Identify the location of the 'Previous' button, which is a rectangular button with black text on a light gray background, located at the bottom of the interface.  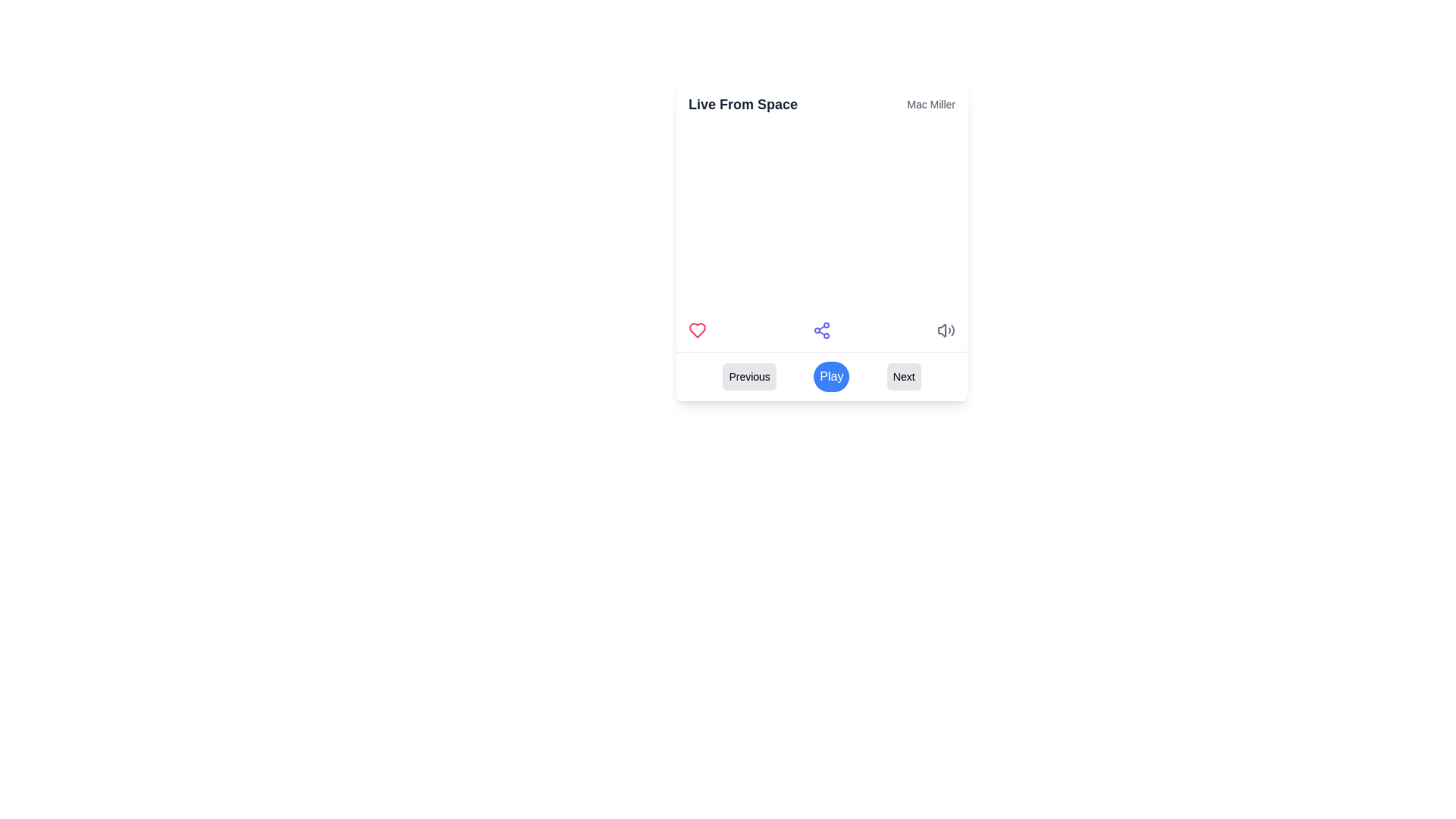
(749, 376).